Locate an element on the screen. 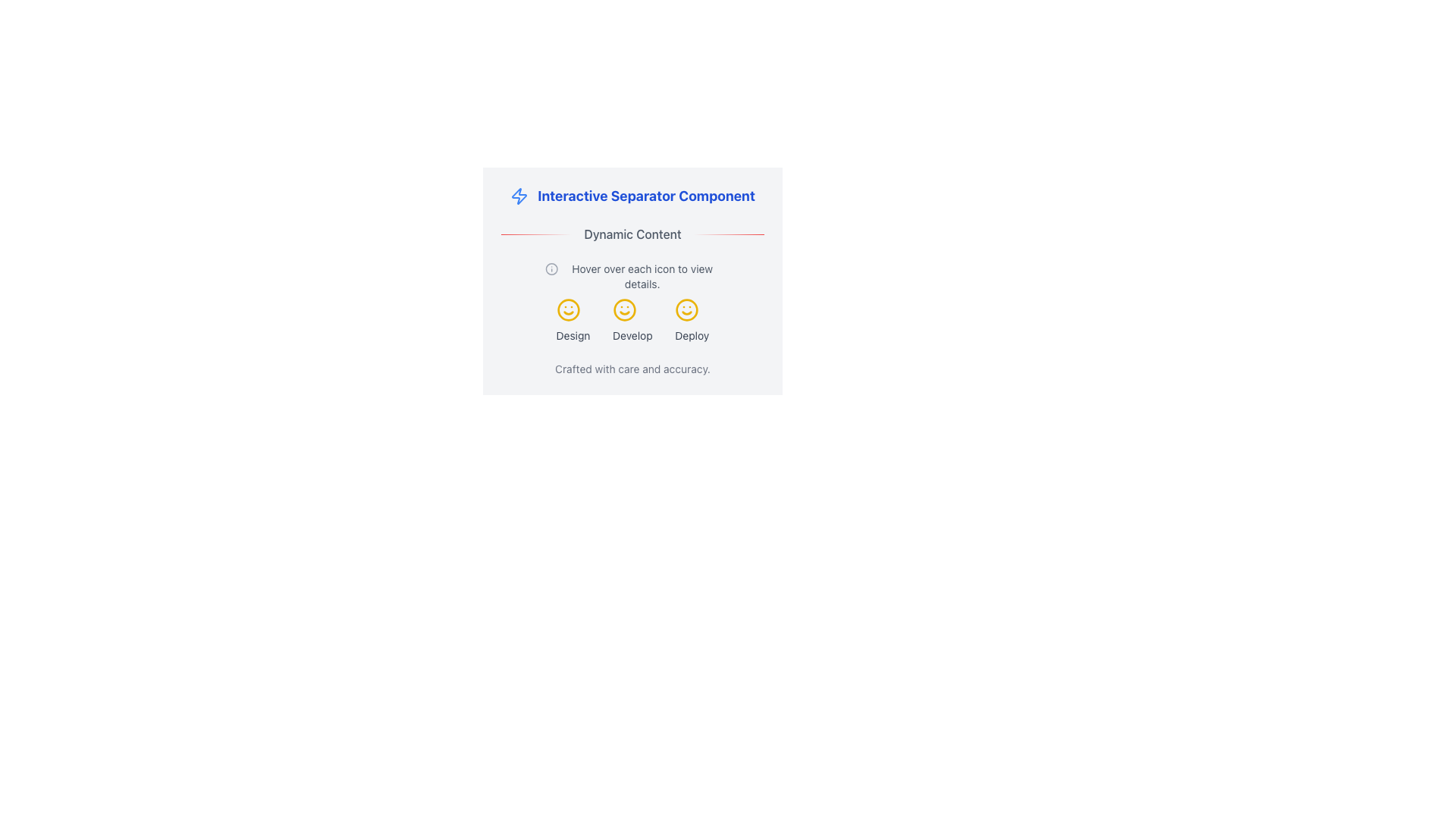 The image size is (1456, 819). the text label displaying 'Dynamic Content' which is centrally positioned between two gradient lines in the upper section of the card-like interface is located at coordinates (632, 234).